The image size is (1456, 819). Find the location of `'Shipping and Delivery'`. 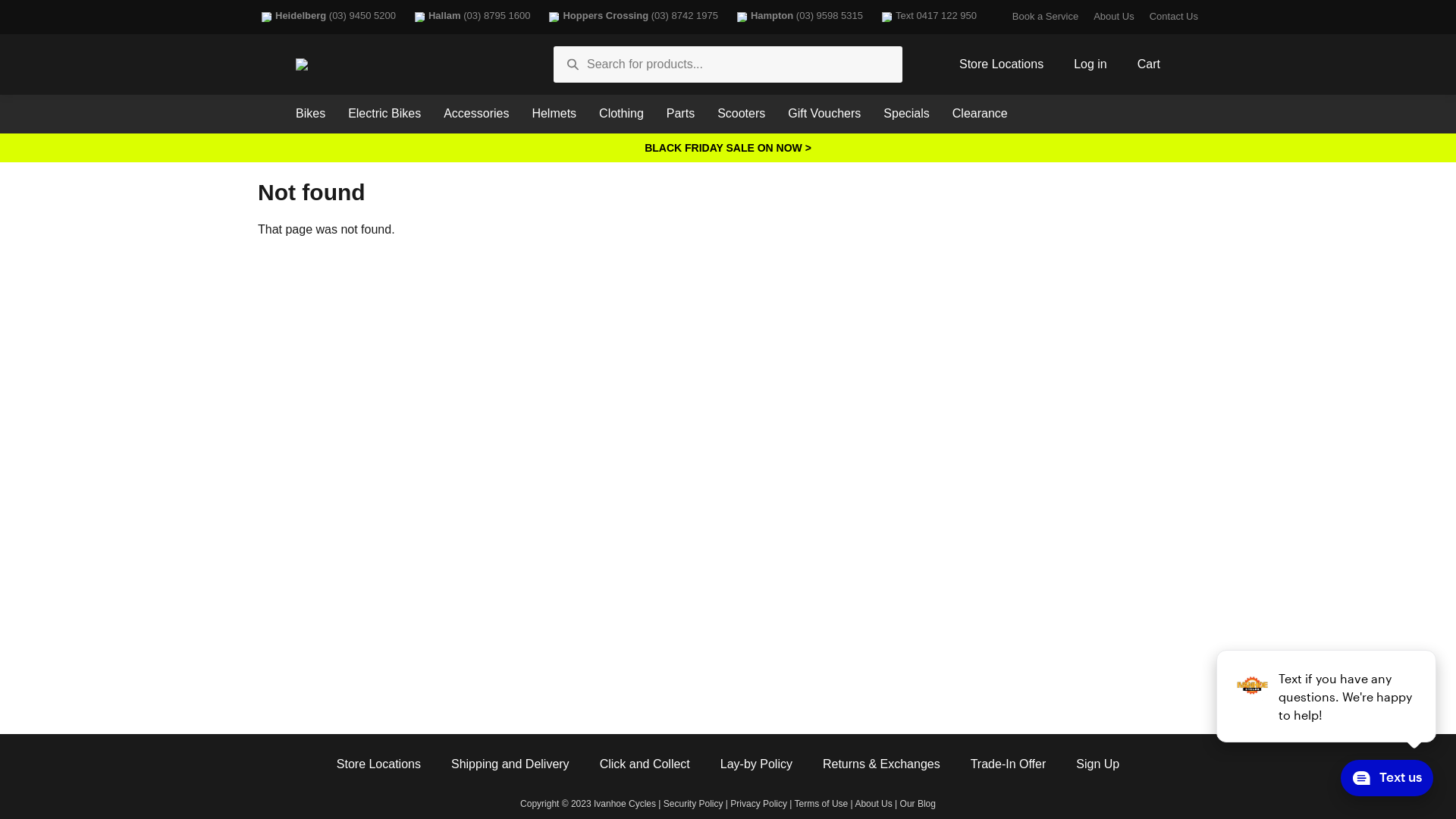

'Shipping and Delivery' is located at coordinates (510, 764).